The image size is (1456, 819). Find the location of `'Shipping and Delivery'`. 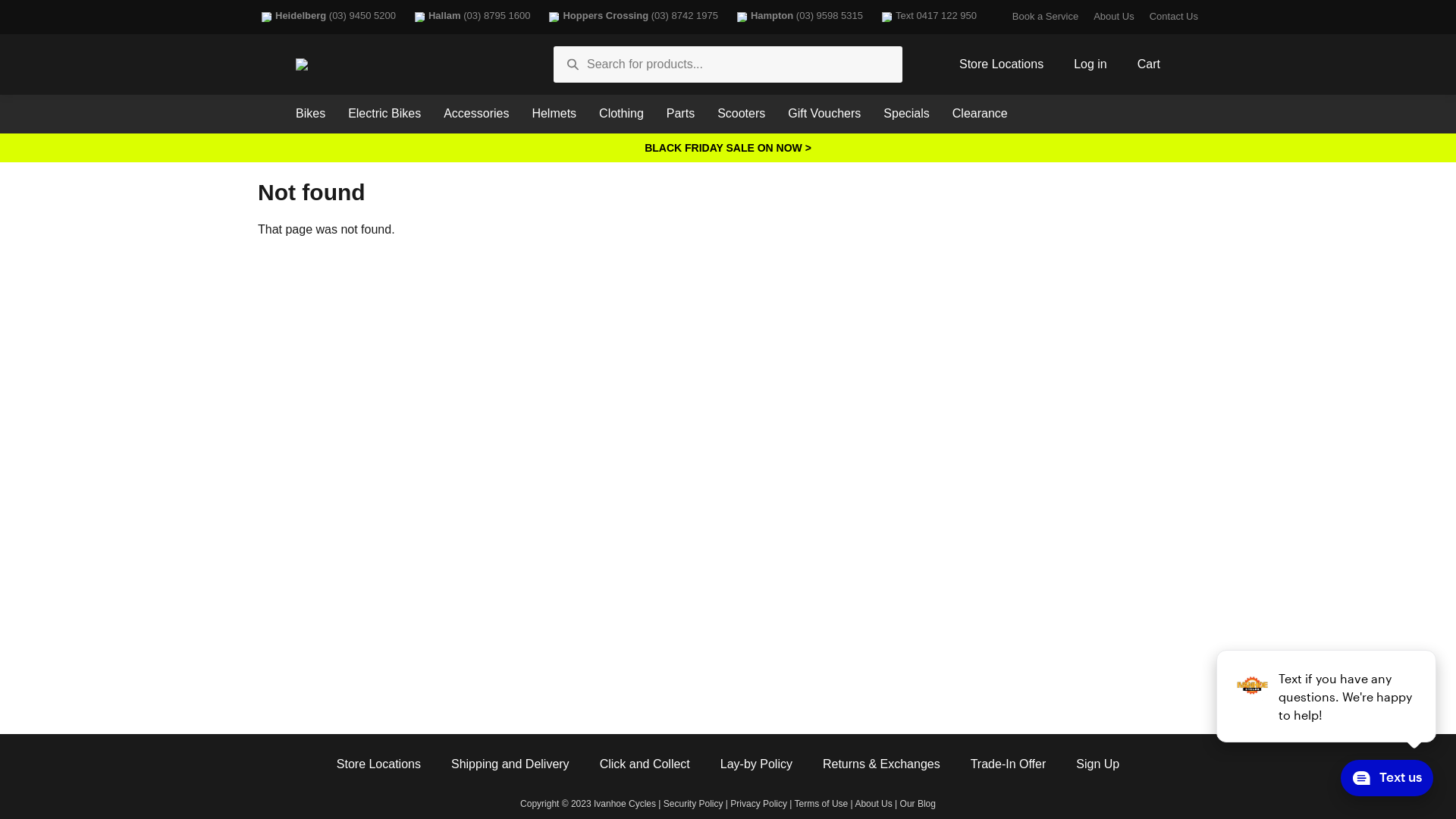

'Shipping and Delivery' is located at coordinates (510, 764).